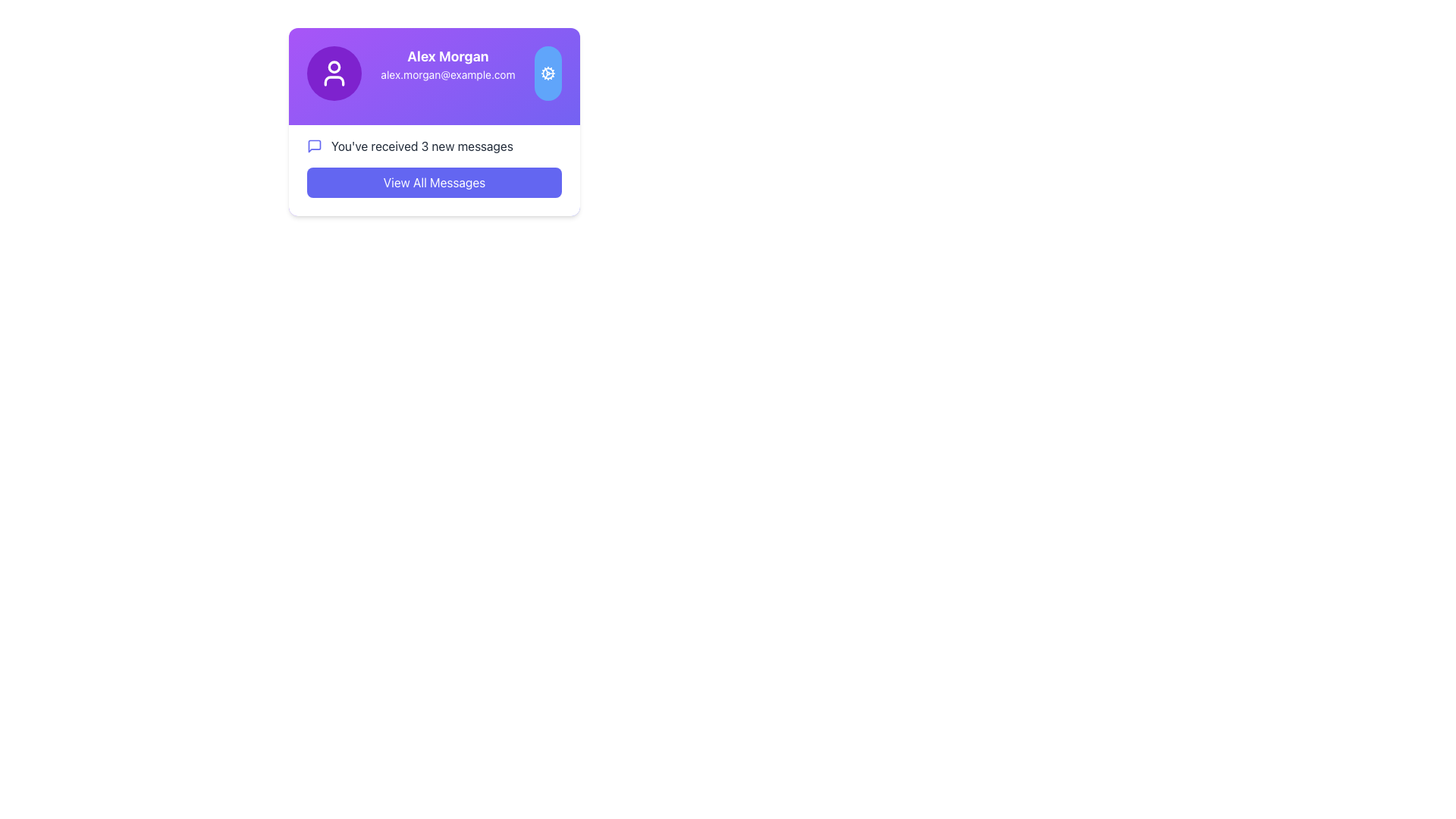 The height and width of the screenshot is (819, 1456). What do you see at coordinates (433, 170) in the screenshot?
I see `the button in the Notification Section, which is styled with an indigo background and white text, located at the bottom of a purple card layout` at bounding box center [433, 170].